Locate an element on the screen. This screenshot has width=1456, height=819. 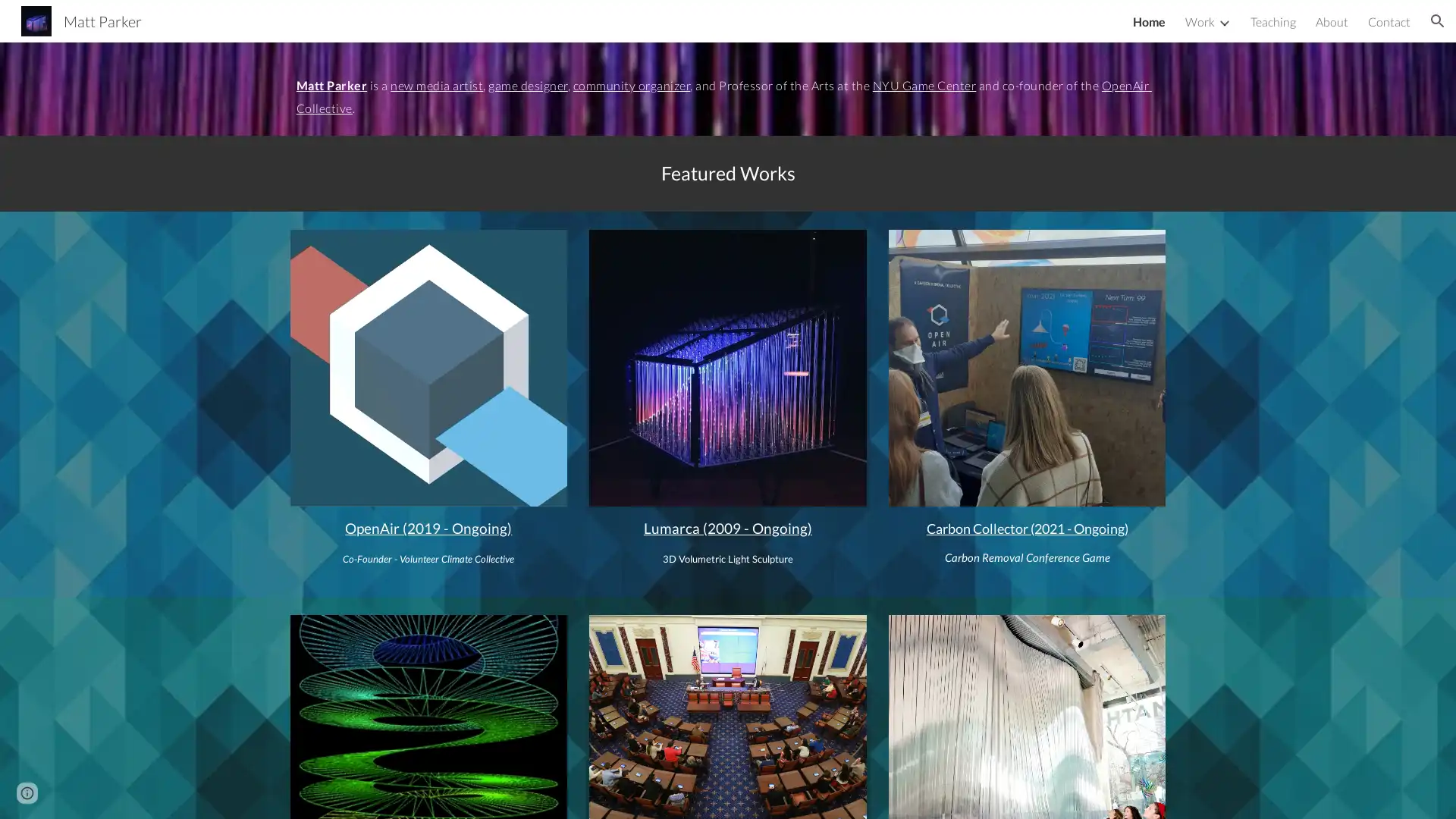
Report abuse is located at coordinates (182, 792).